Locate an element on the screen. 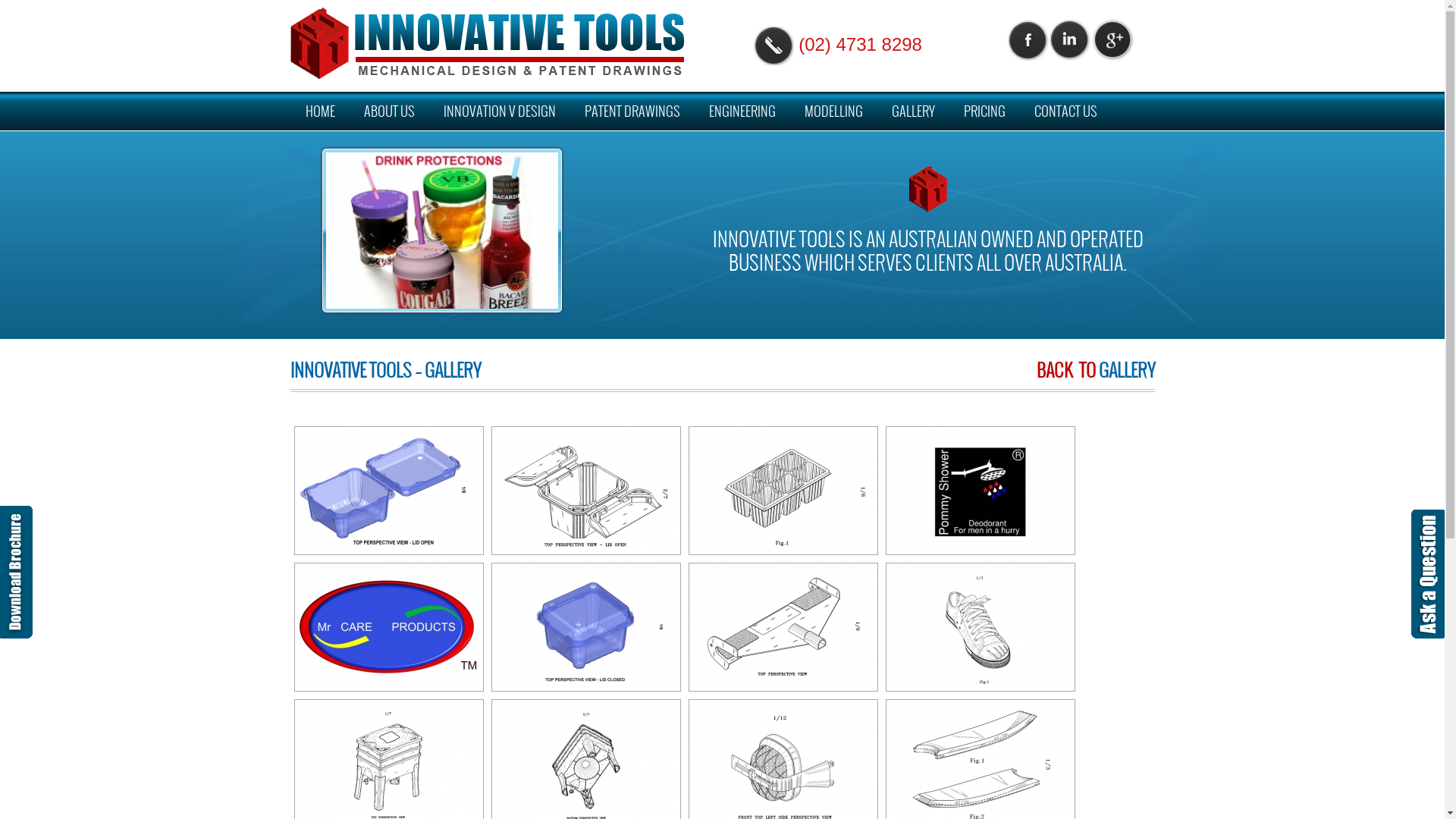 The width and height of the screenshot is (1456, 819). 'BACK  TO  GALLERY' is located at coordinates (1095, 370).